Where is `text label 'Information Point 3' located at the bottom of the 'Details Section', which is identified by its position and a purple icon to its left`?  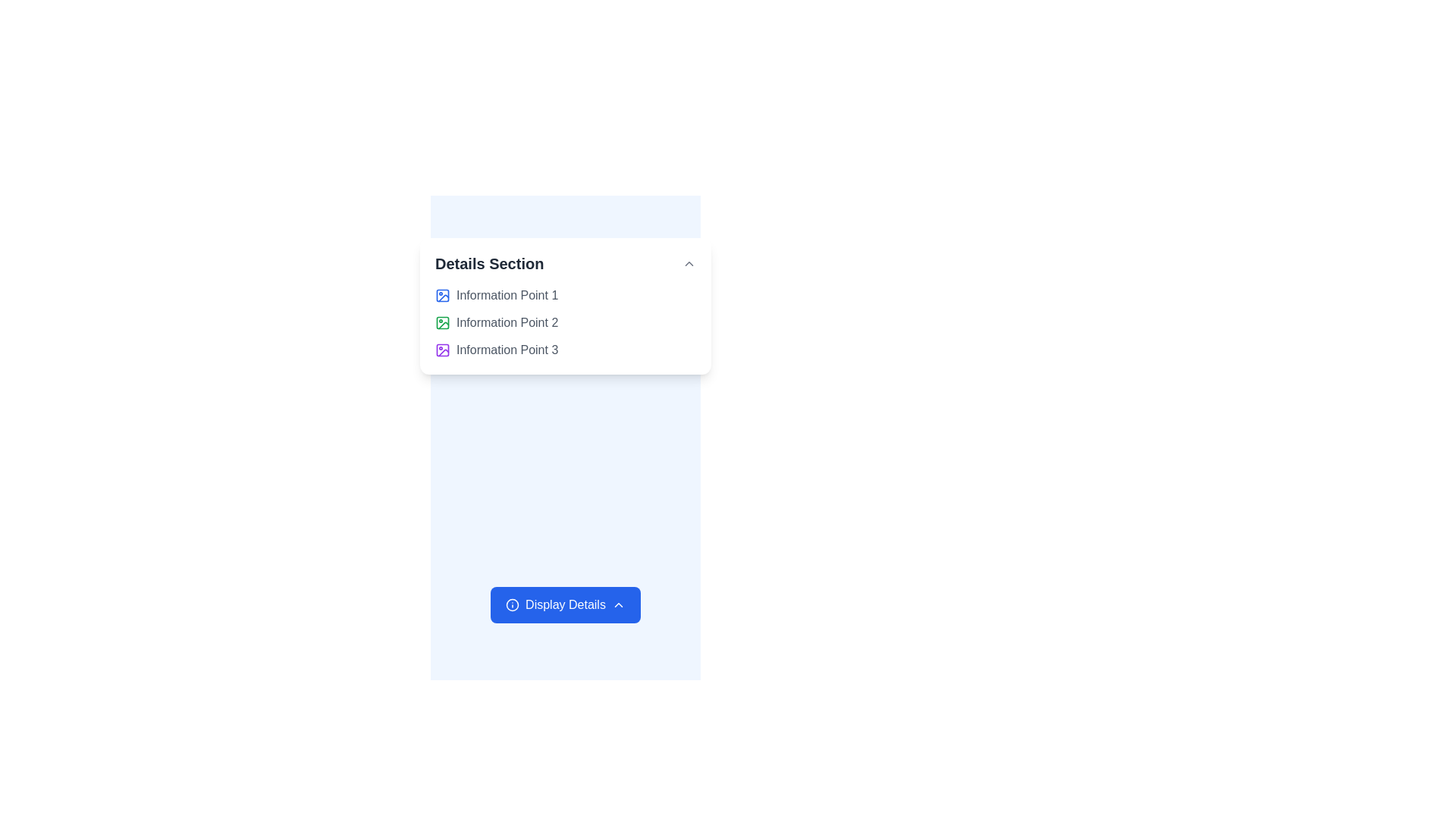 text label 'Information Point 3' located at the bottom of the 'Details Section', which is identified by its position and a purple icon to its left is located at coordinates (507, 350).